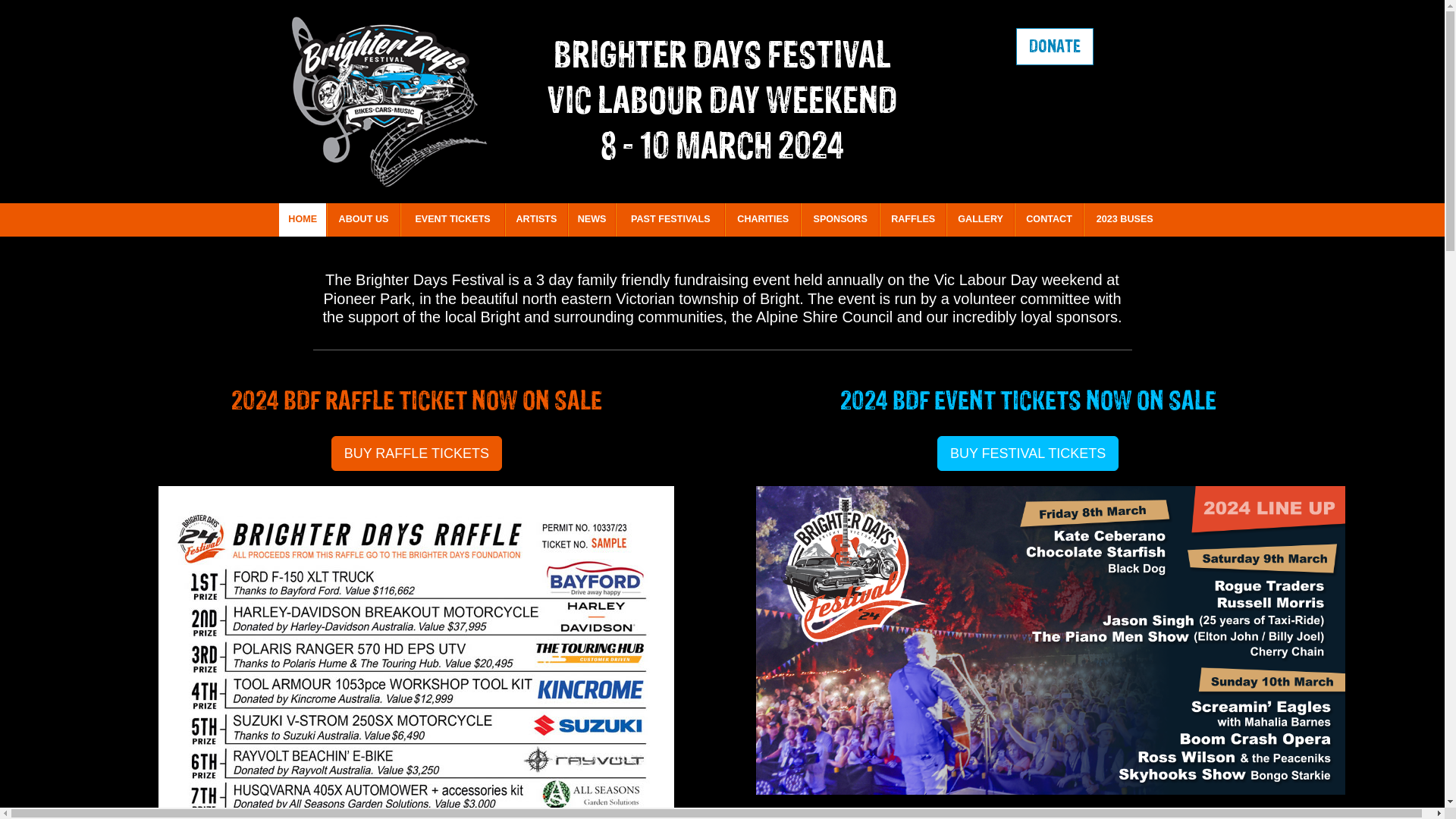 This screenshot has height=819, width=1456. What do you see at coordinates (800, 219) in the screenshot?
I see `'SPONSORS'` at bounding box center [800, 219].